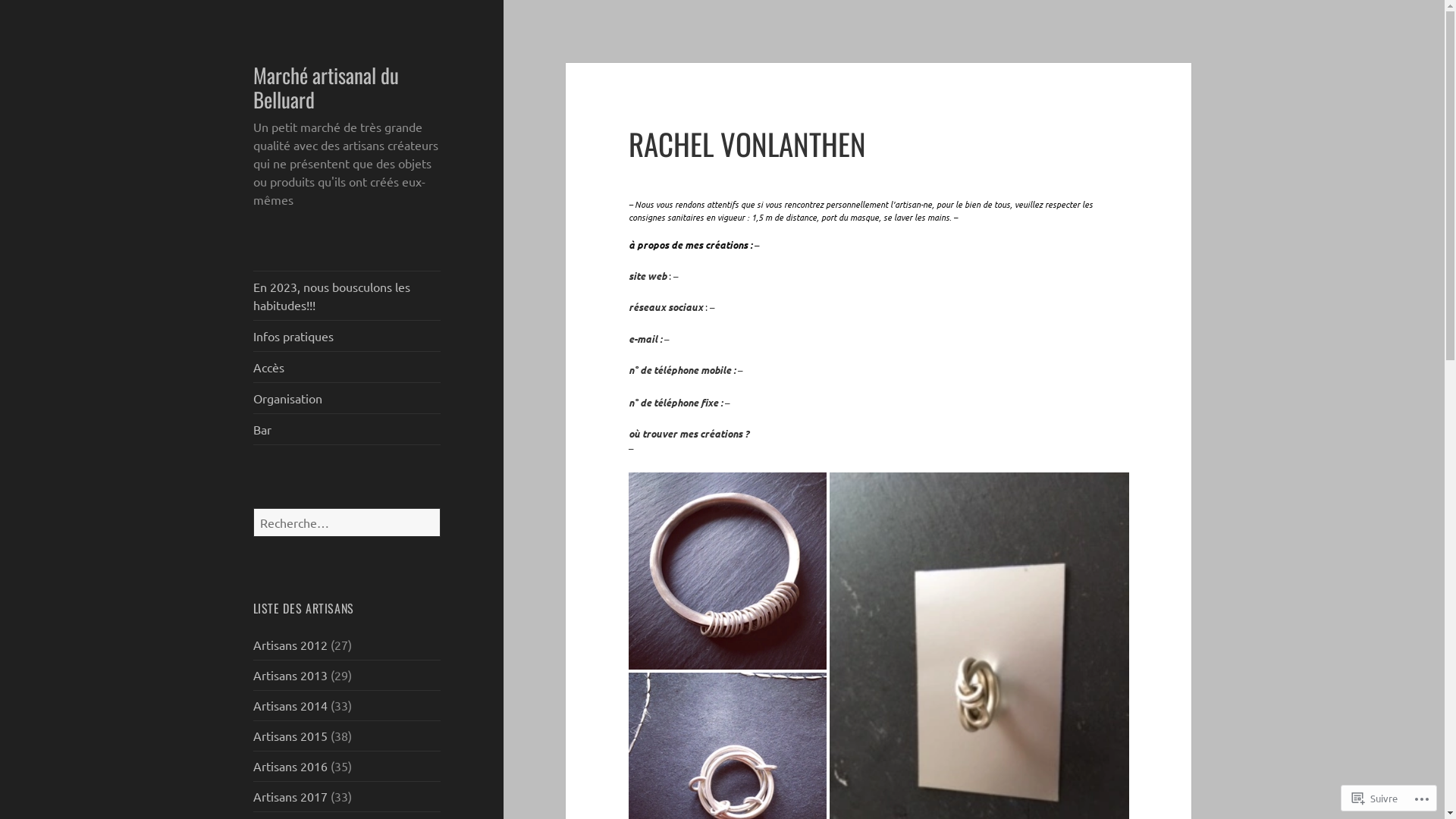 This screenshot has height=819, width=1456. Describe the element at coordinates (253, 704) in the screenshot. I see `'Artisans 2014'` at that location.